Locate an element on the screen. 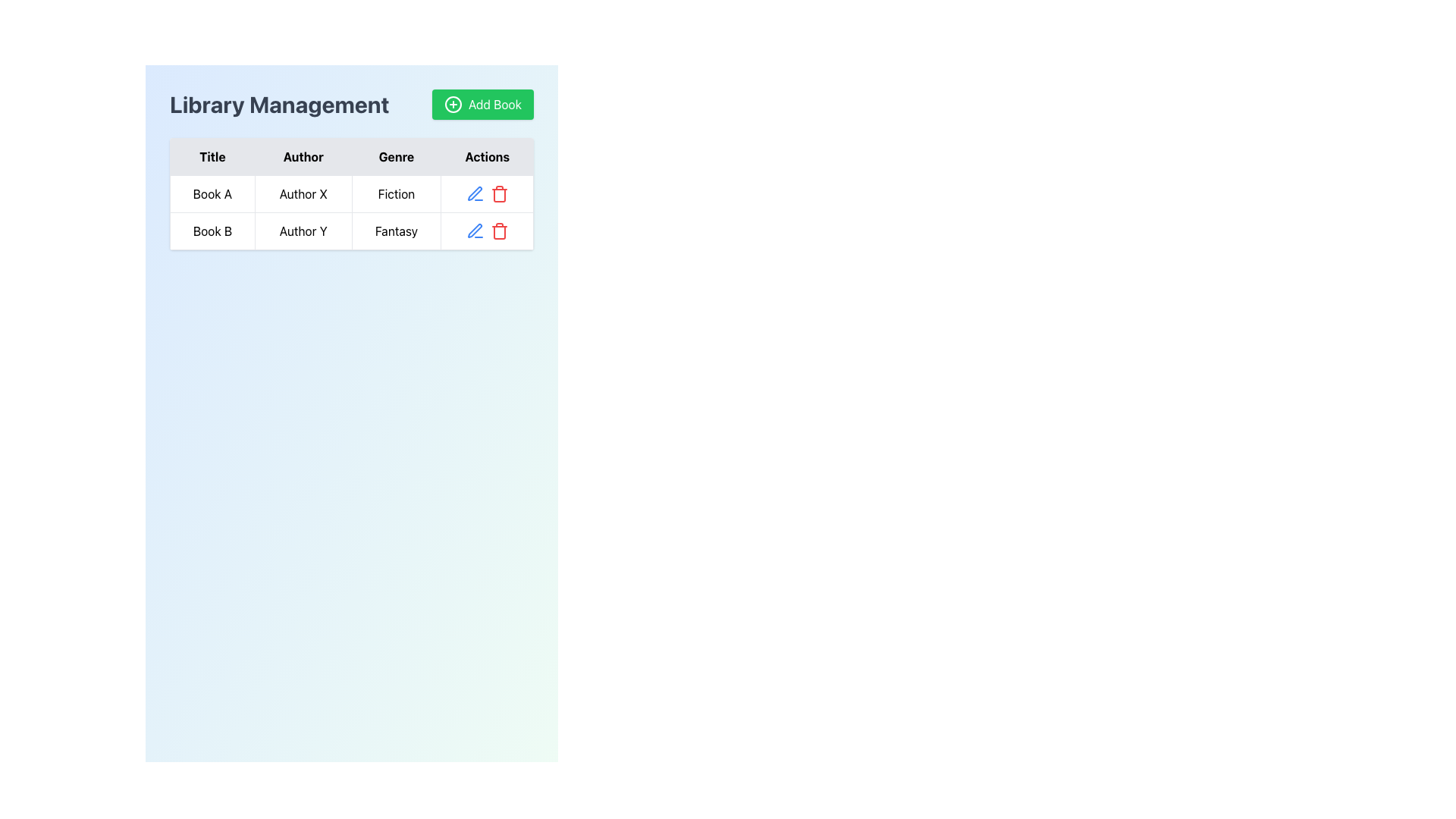  the text element displaying 'Fiction' located in the first row and third cell of the table under the 'Genre' column is located at coordinates (397, 193).